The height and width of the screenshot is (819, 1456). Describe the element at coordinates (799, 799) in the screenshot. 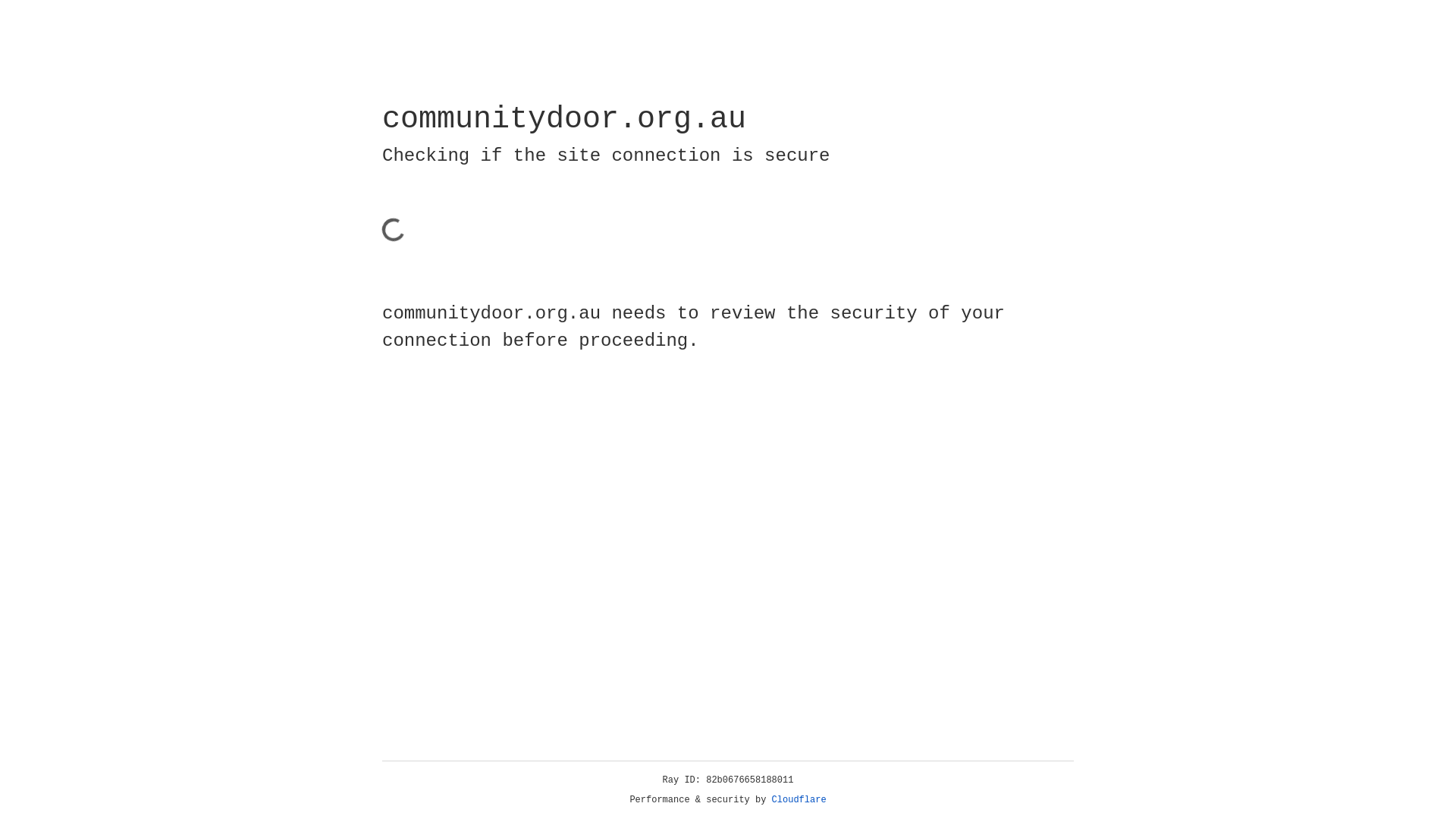

I see `'Cloudflare'` at that location.